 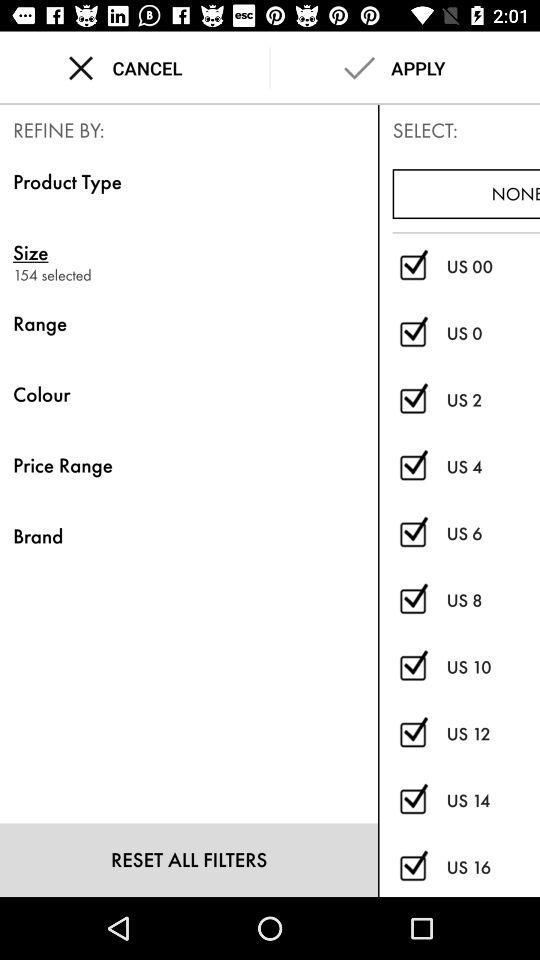 What do you see at coordinates (412, 467) in the screenshot?
I see `check out` at bounding box center [412, 467].